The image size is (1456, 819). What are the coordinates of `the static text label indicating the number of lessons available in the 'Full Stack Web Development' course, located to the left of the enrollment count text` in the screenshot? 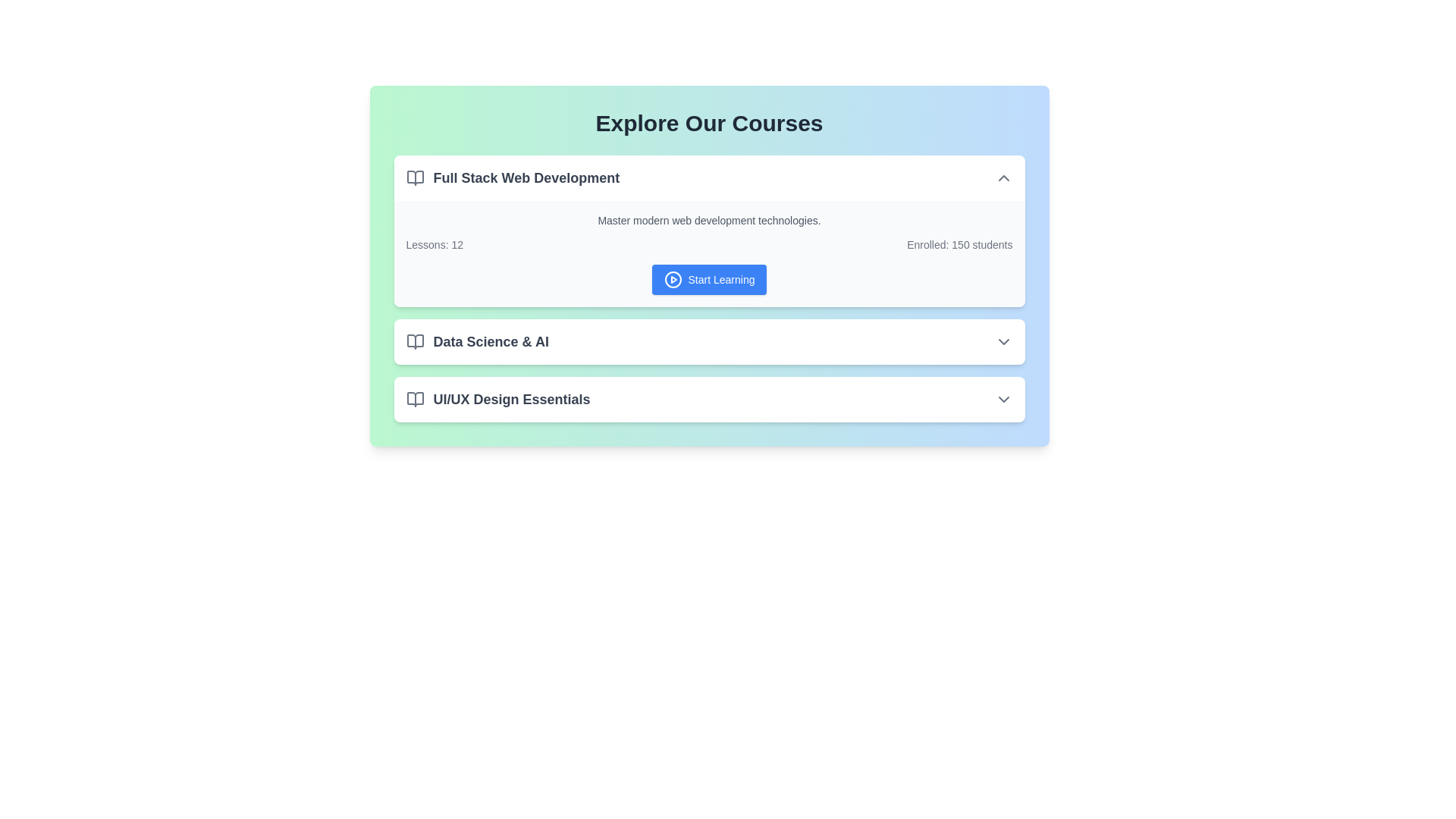 It's located at (434, 244).